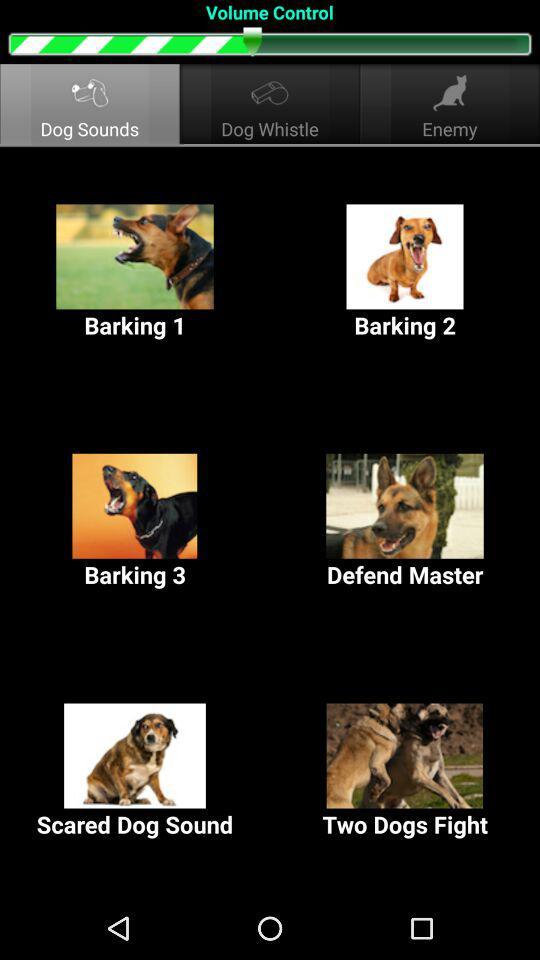 This screenshot has width=540, height=960. Describe the element at coordinates (135, 770) in the screenshot. I see `scared dog sound` at that location.